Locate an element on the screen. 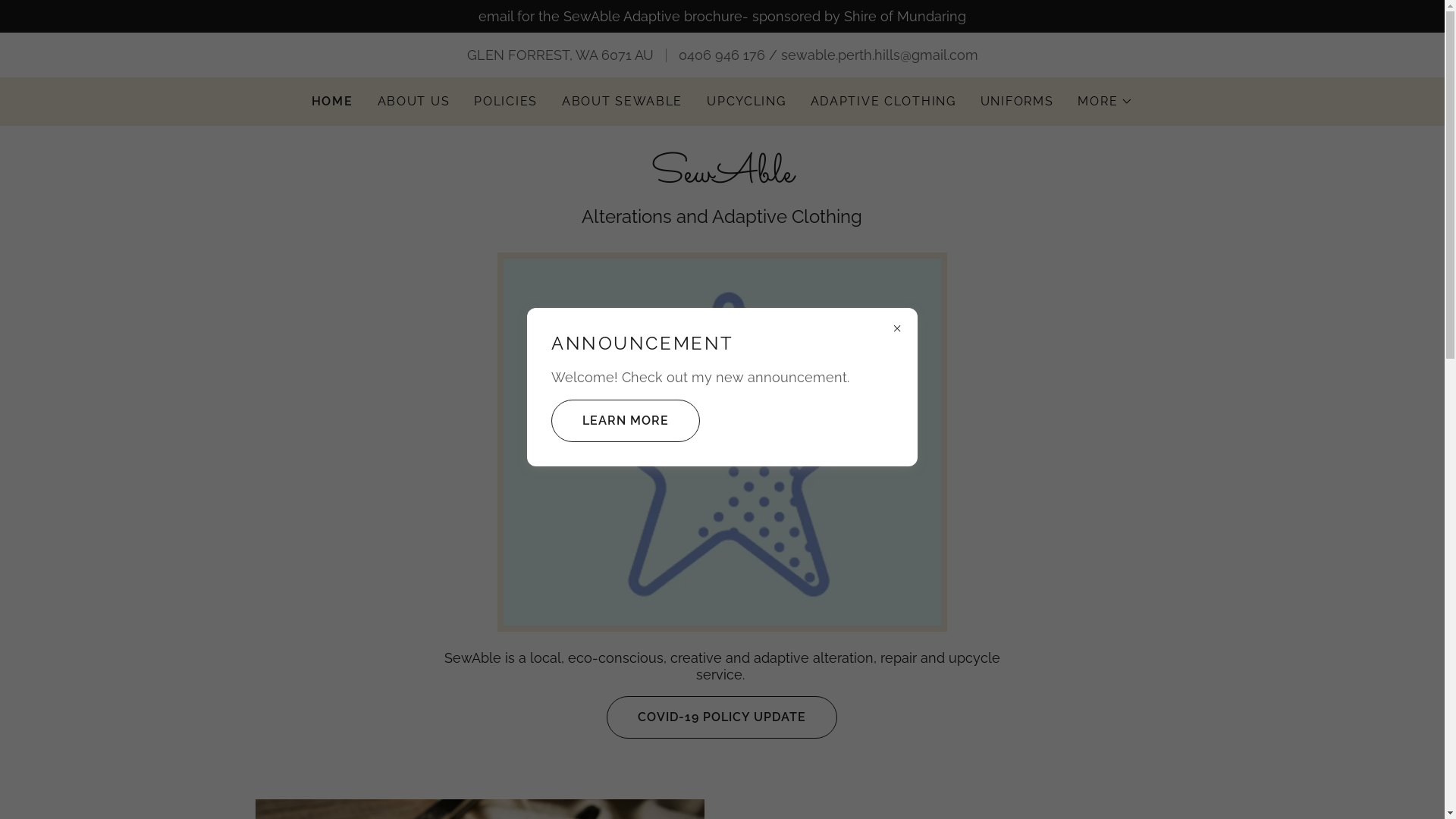 This screenshot has width=1456, height=819. 'SewAble' is located at coordinates (721, 176).